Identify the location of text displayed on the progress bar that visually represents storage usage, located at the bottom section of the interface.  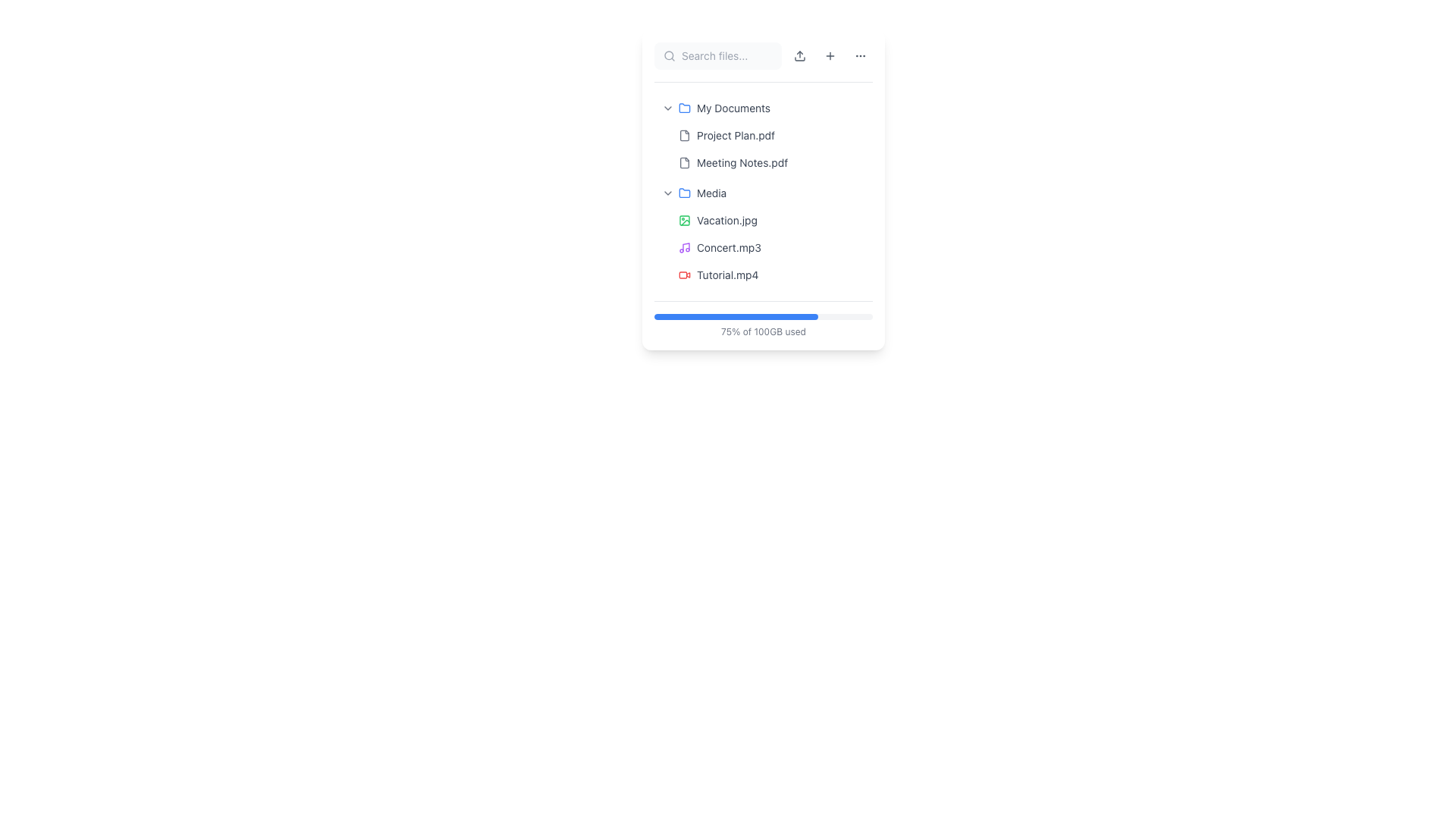
(764, 318).